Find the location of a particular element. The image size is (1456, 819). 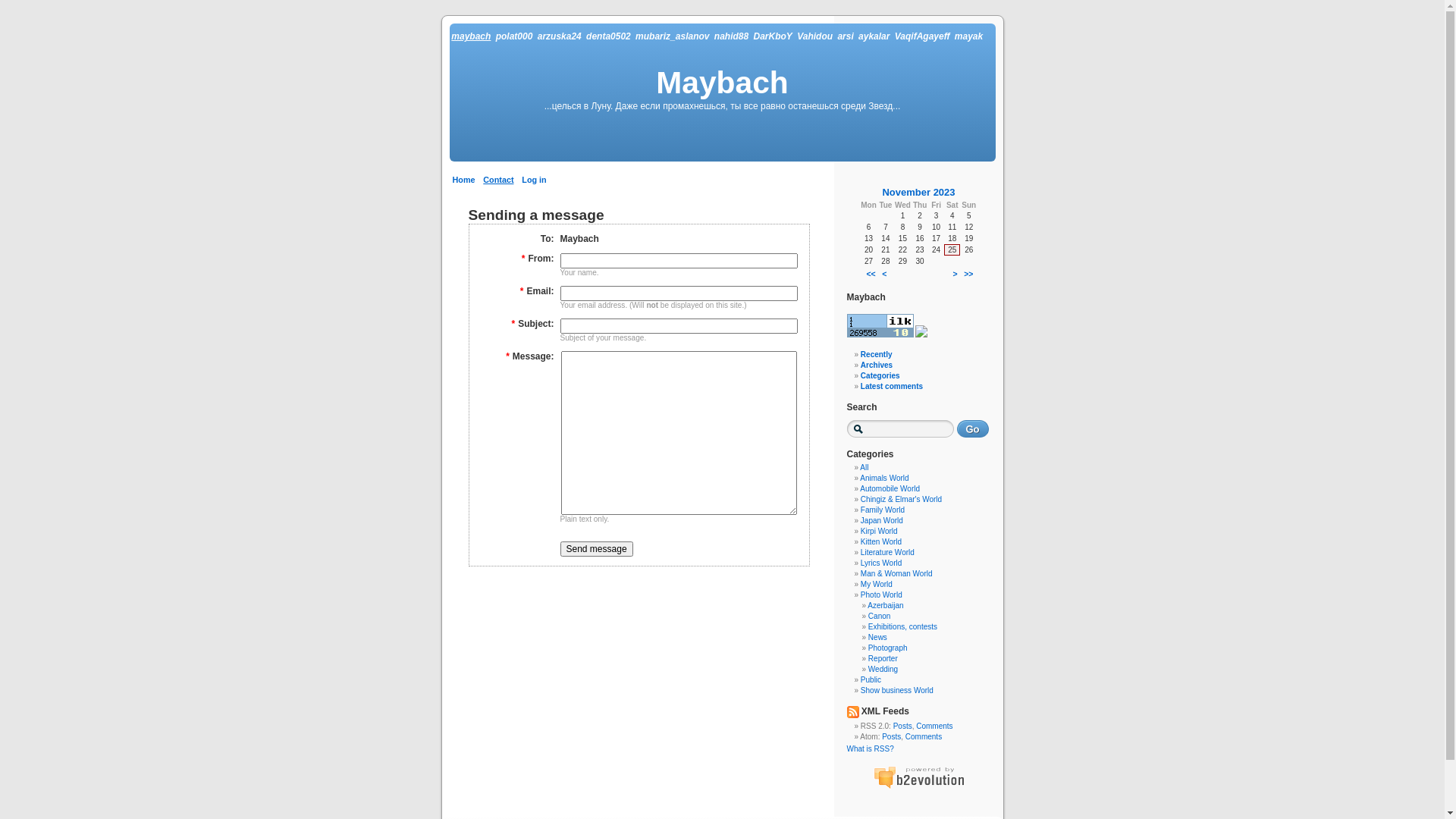

'Home' is located at coordinates (462, 178).